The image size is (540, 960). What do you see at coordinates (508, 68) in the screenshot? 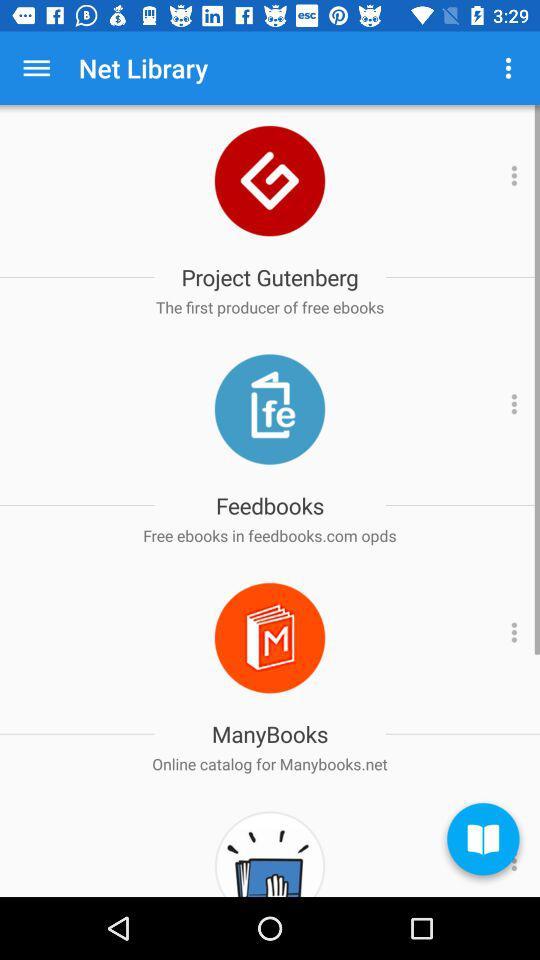
I see `the icon to the right of net library` at bounding box center [508, 68].